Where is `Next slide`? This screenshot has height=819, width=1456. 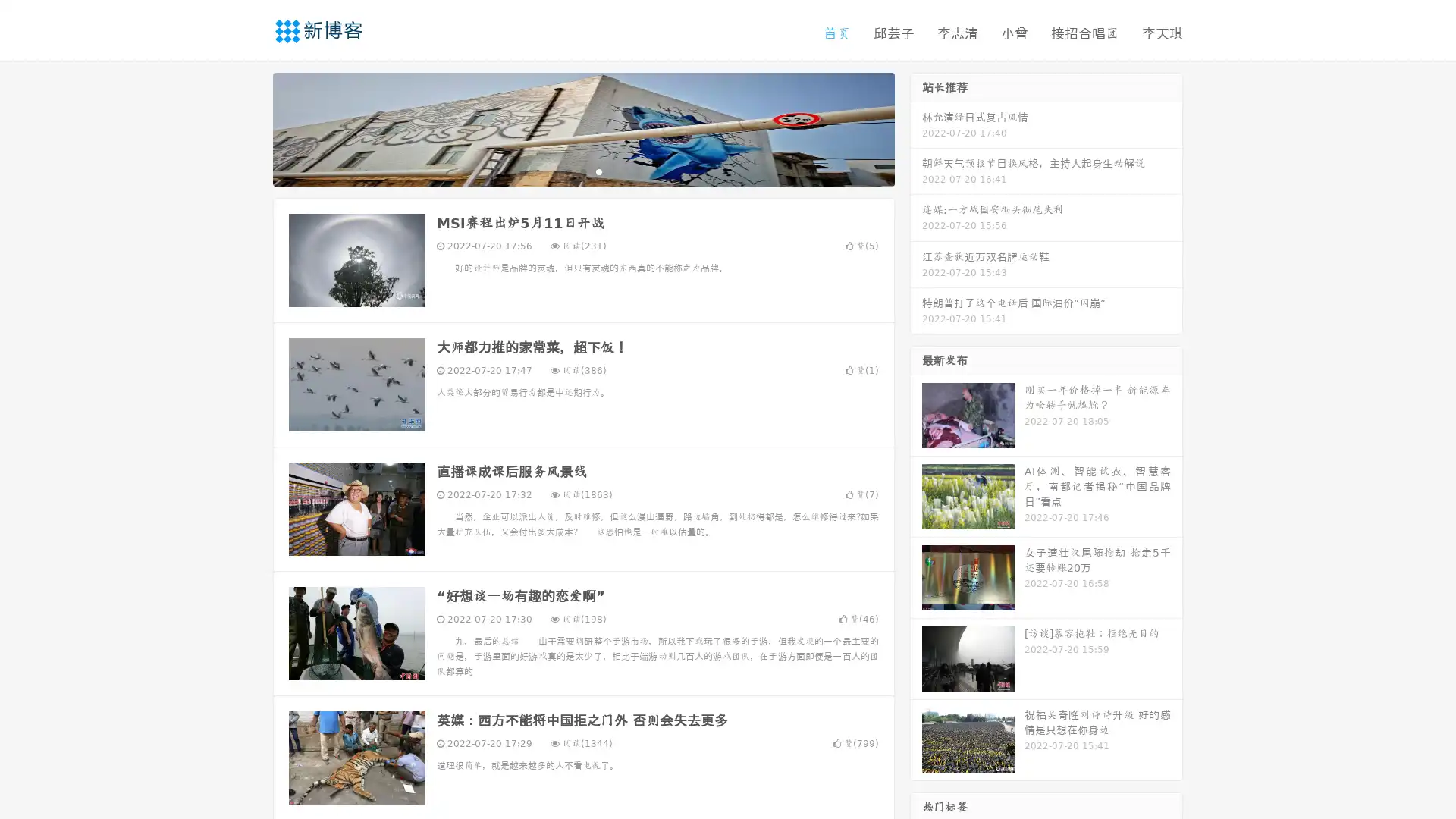 Next slide is located at coordinates (916, 127).